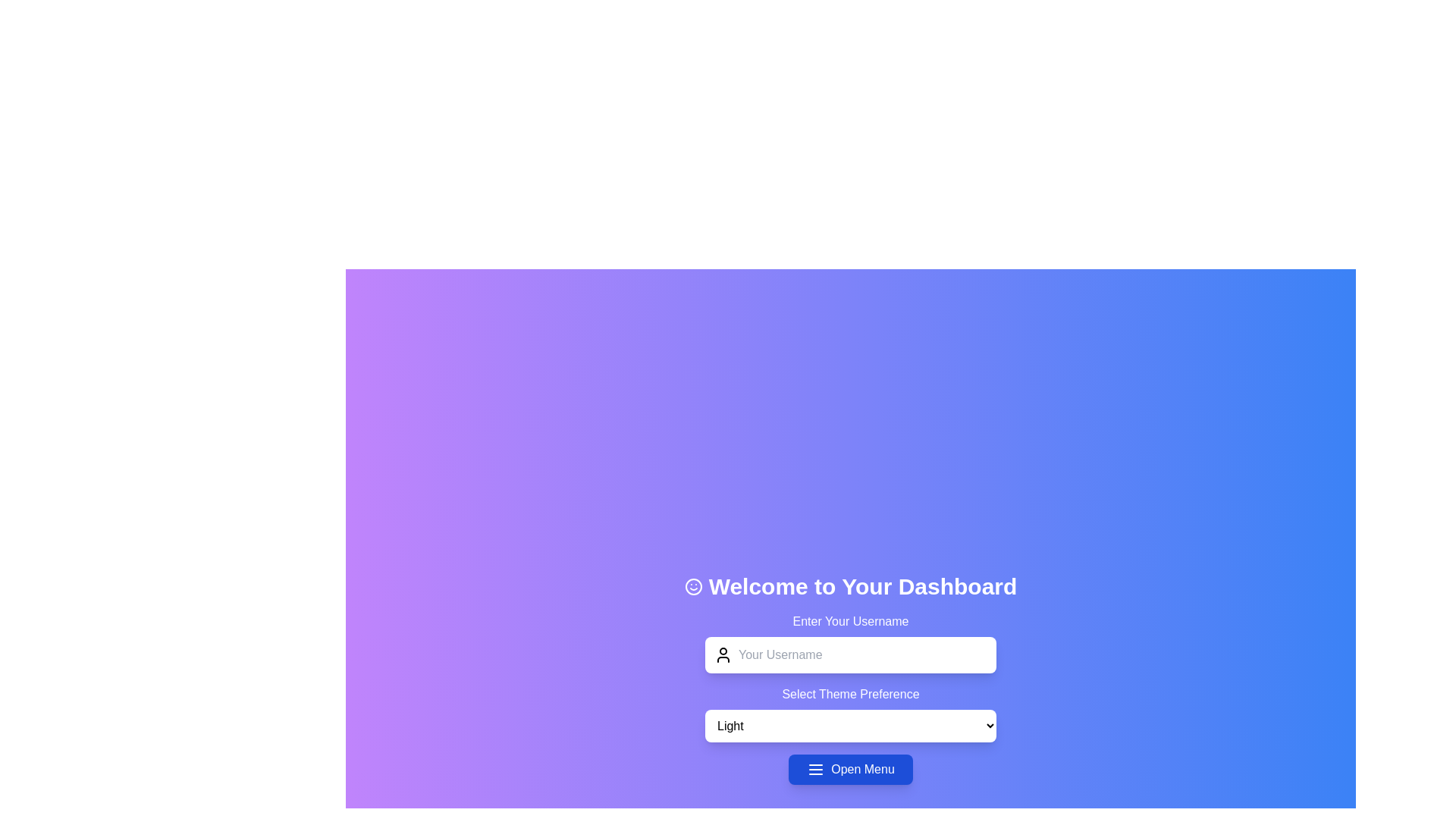  I want to click on the static text label guiding the user to select a theme preference, located above the dropdown menu for theme selection in the user settings interface, so click(851, 694).